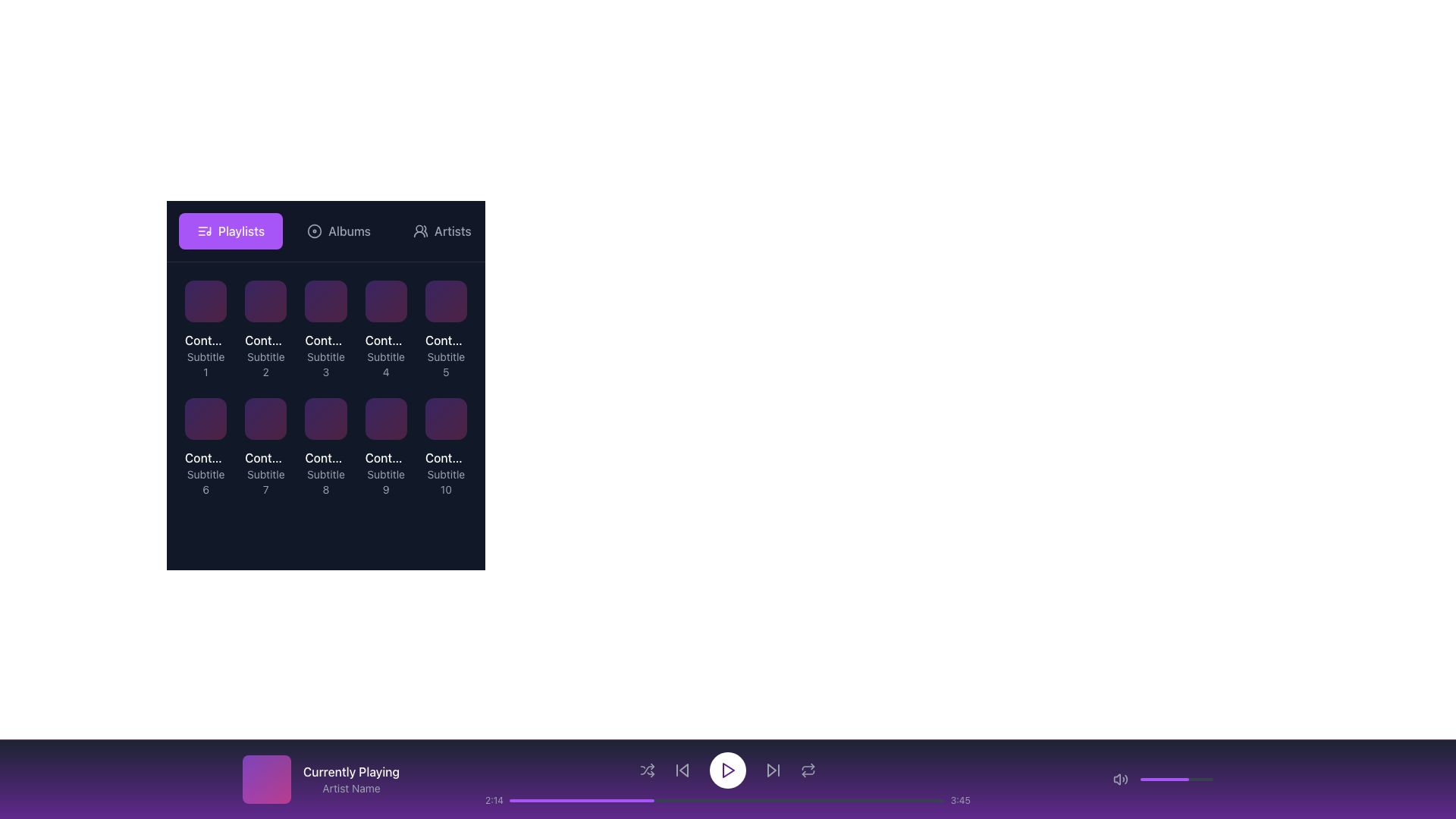 The height and width of the screenshot is (819, 1456). I want to click on the text label displaying 'Content Title 5' located in the fifth column of the first row within the grid of cards under the 'Playlists' tab, so click(445, 340).